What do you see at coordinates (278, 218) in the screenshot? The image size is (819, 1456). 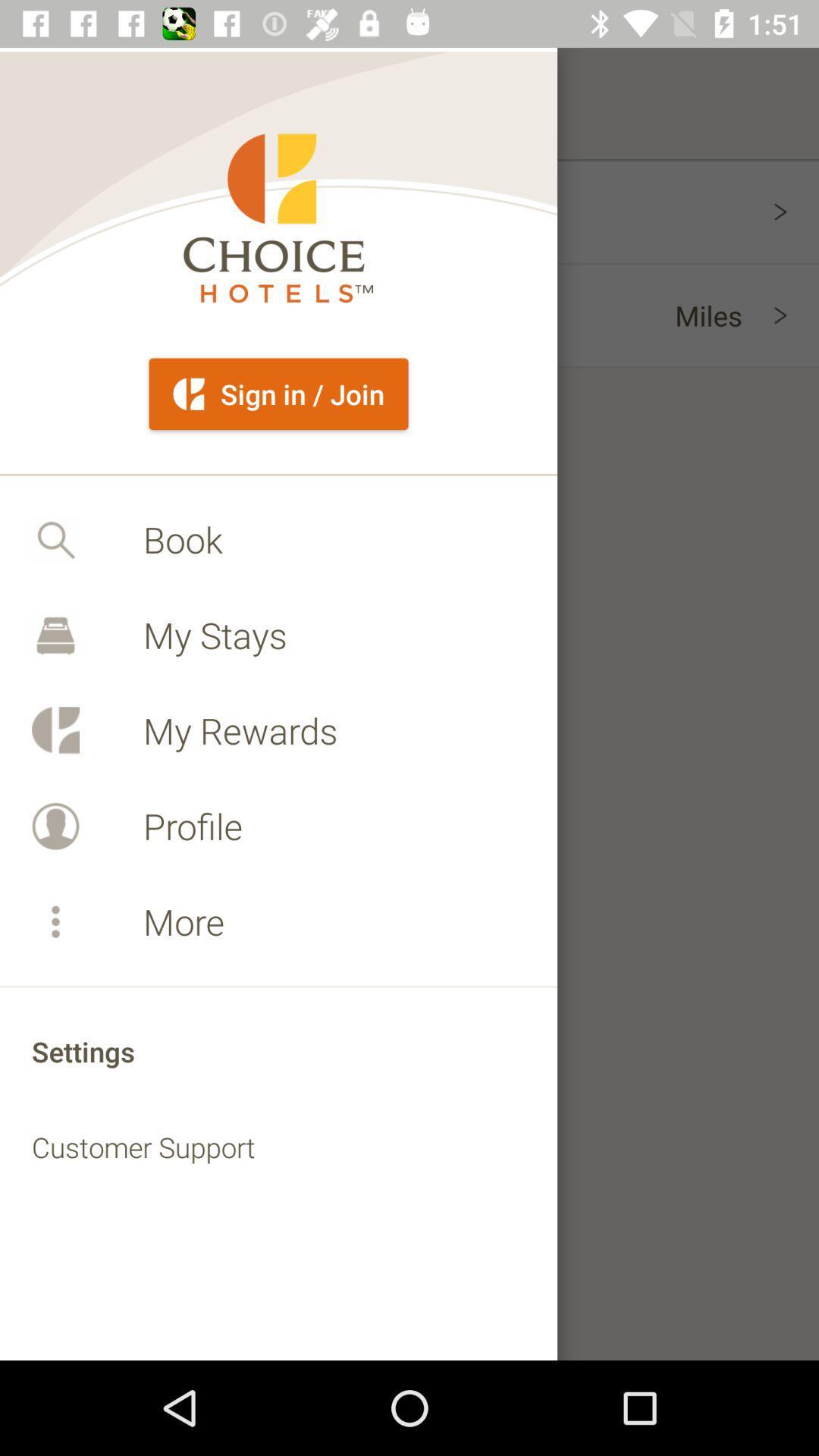 I see `the logo which is above the sign injoin` at bounding box center [278, 218].